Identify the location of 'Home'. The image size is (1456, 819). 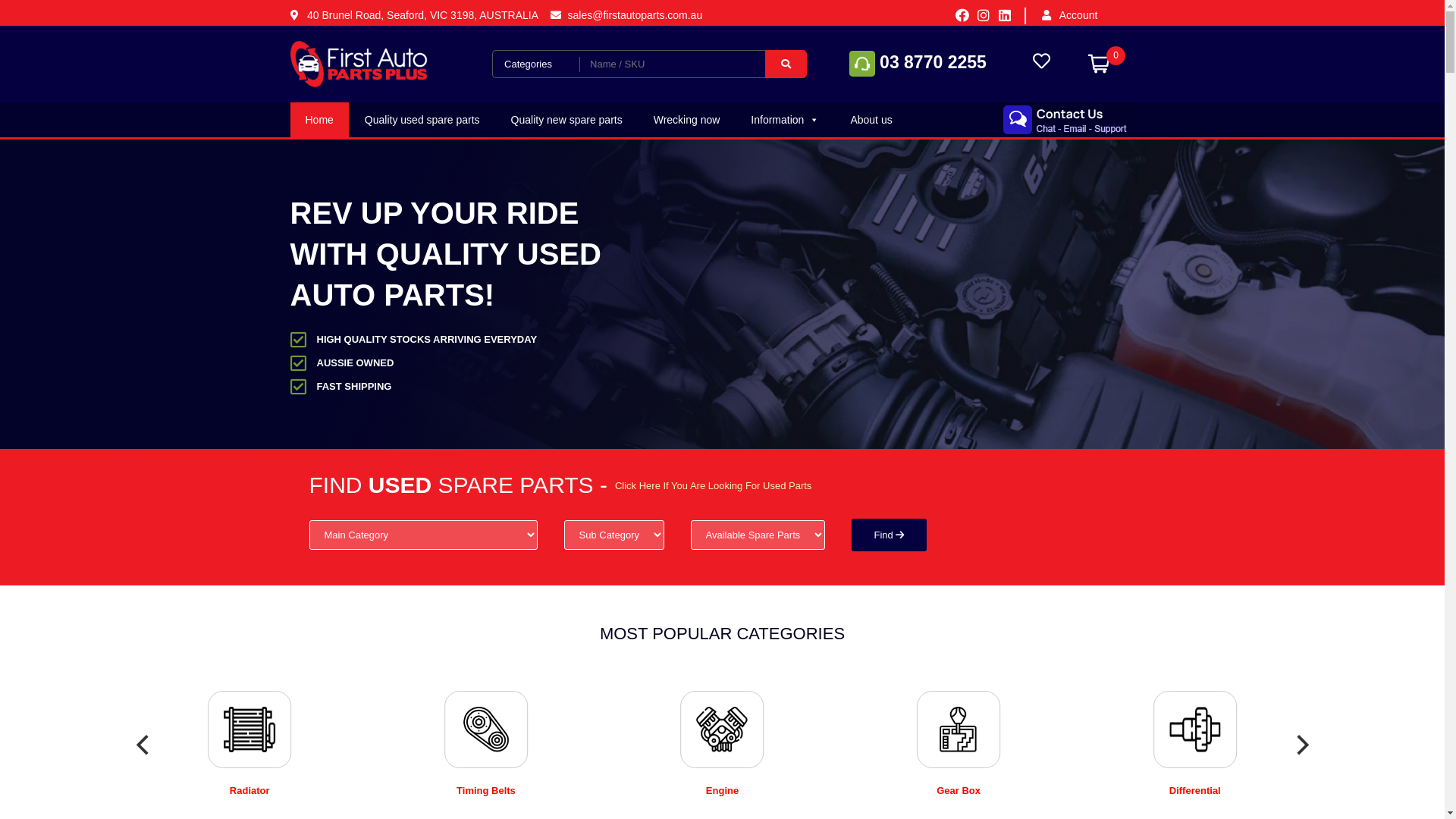
(318, 119).